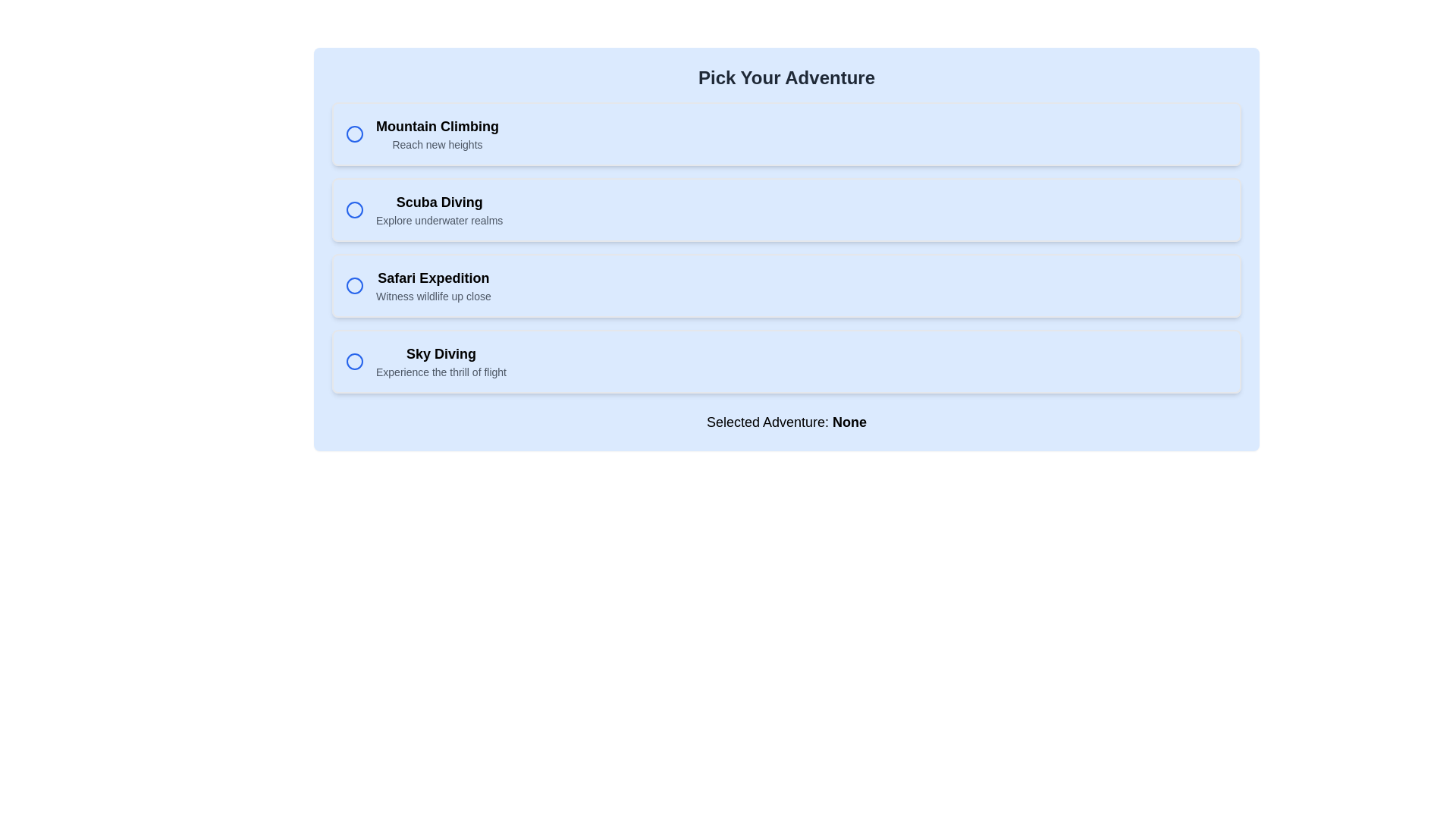 Image resolution: width=1456 pixels, height=819 pixels. I want to click on the circular radio button styled with a blue border, located to the left of the text 'Safari Expedition' and 'Witness wildlife up close' in the adventure selection group, so click(353, 286).